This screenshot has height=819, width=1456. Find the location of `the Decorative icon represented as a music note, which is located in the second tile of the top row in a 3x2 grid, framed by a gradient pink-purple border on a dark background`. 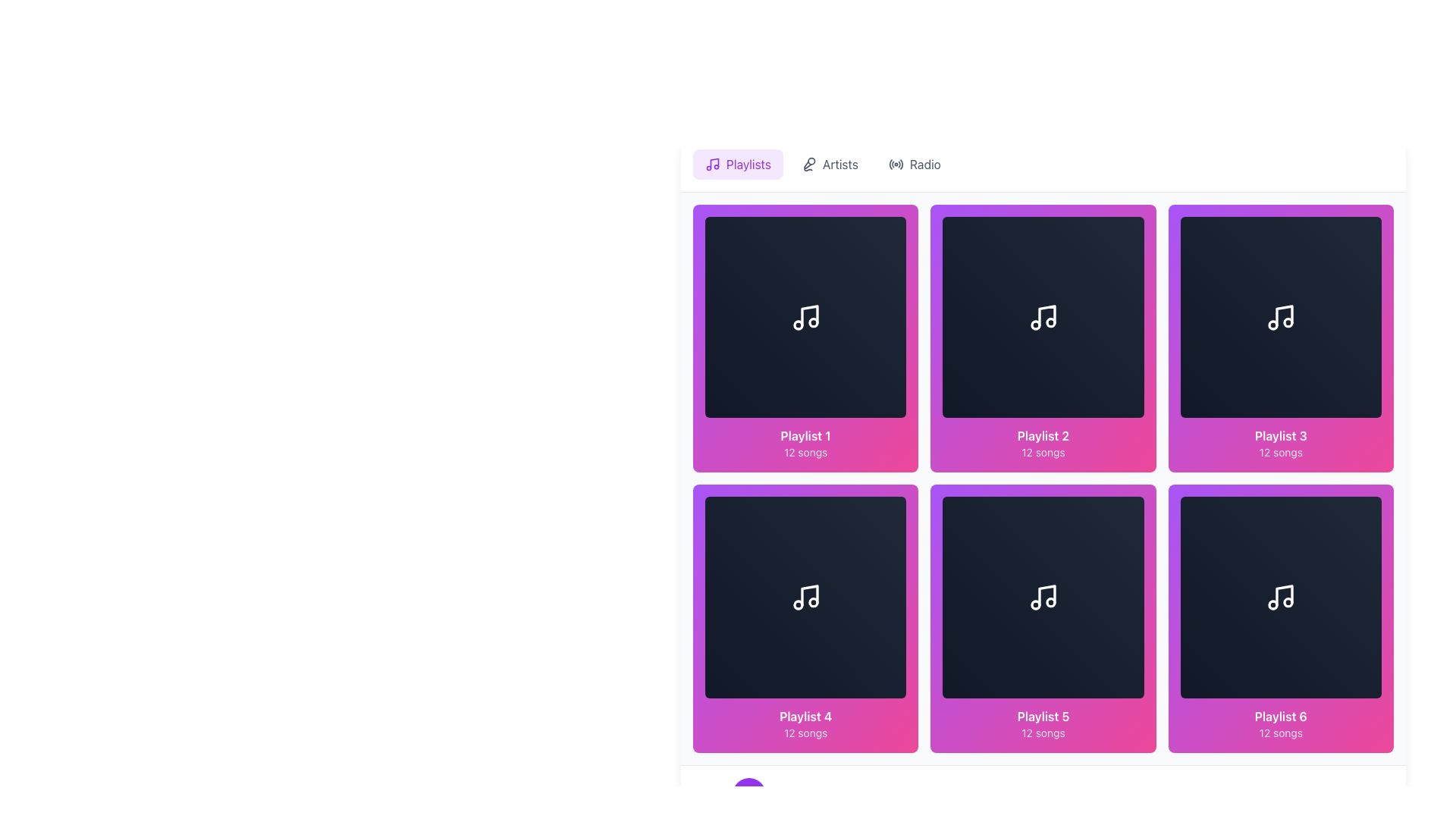

the Decorative icon represented as a music note, which is located in the second tile of the top row in a 3x2 grid, framed by a gradient pink-purple border on a dark background is located at coordinates (1046, 315).